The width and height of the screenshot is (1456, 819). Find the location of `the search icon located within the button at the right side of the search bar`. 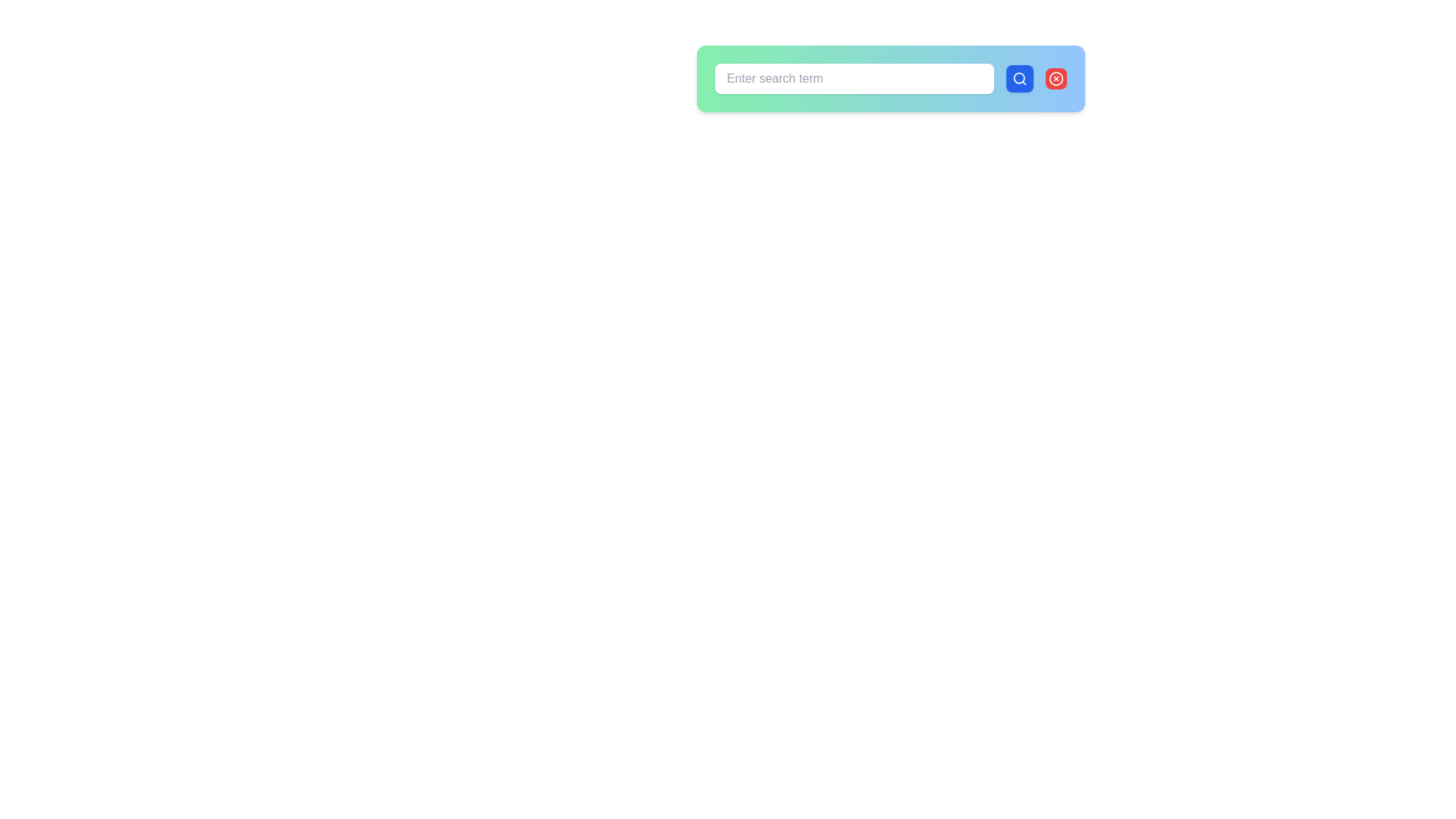

the search icon located within the button at the right side of the search bar is located at coordinates (1019, 79).